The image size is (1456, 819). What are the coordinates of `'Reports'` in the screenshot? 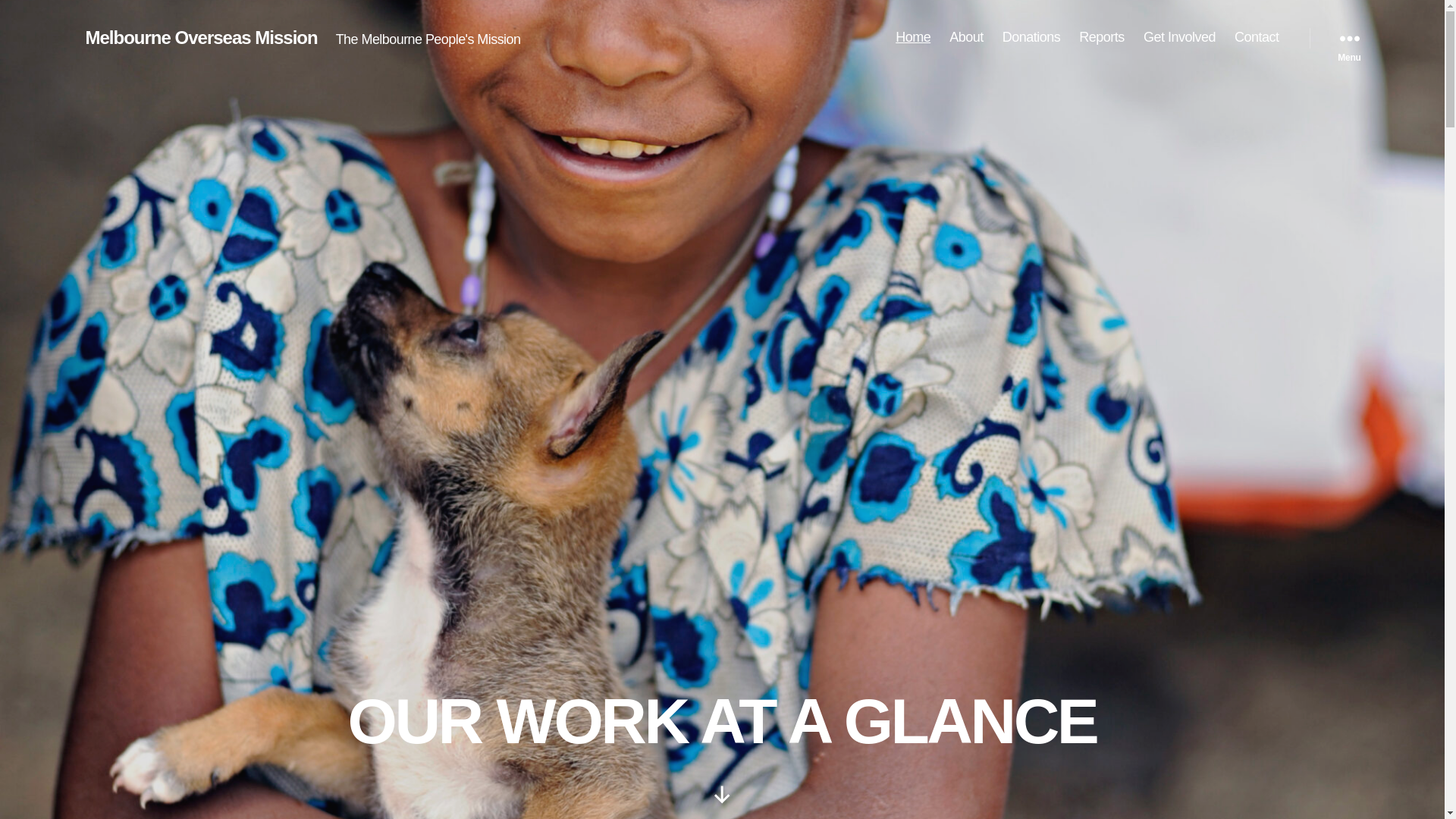 It's located at (1102, 37).